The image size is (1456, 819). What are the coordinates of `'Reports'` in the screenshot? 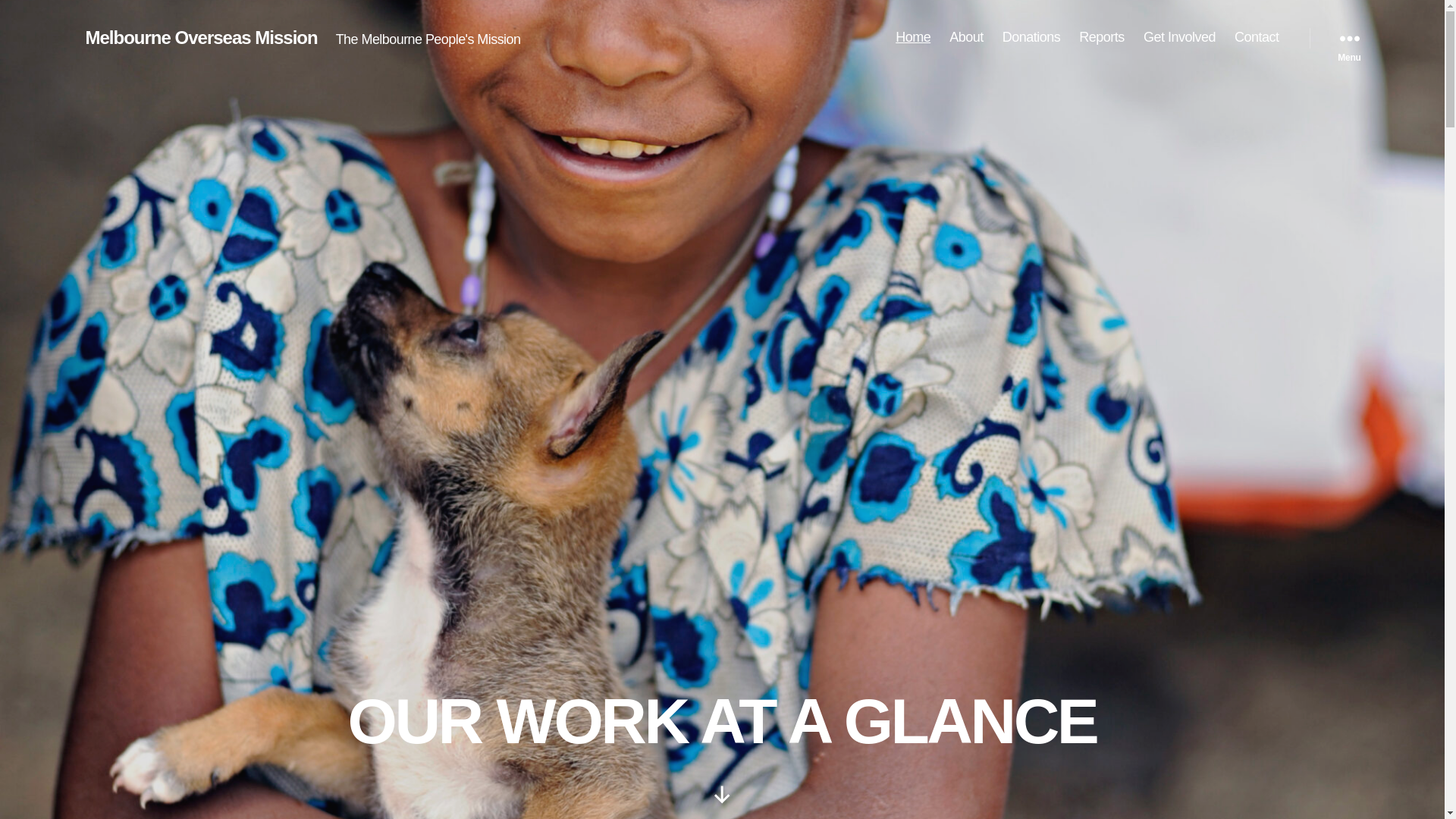 It's located at (1102, 37).